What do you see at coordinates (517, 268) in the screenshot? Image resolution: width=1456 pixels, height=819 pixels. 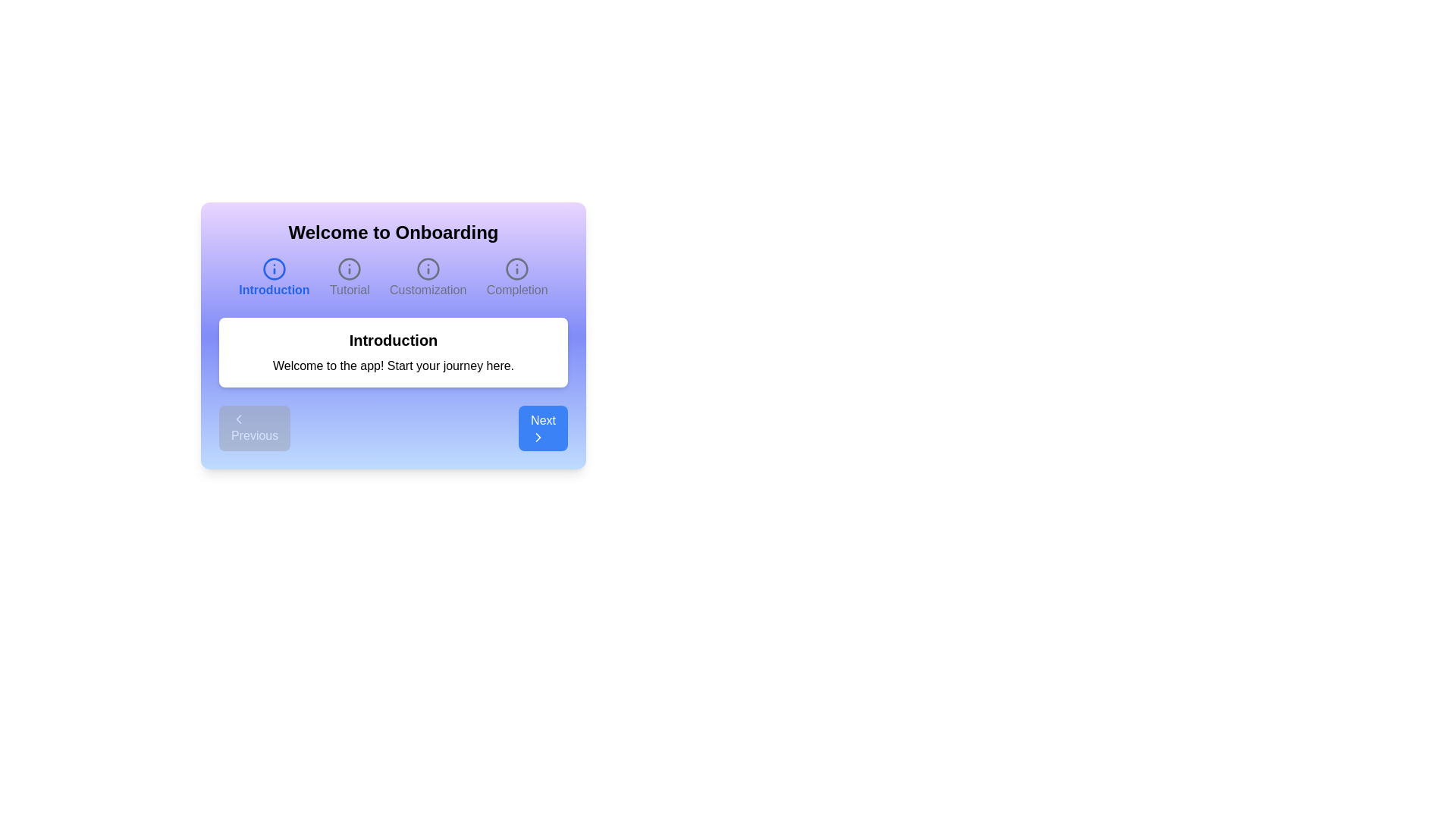 I see `the circular icon with an 'i' symbol, which is styled with a gray outline and located on the far right among the navigation items corresponding to the 'Completion' section` at bounding box center [517, 268].